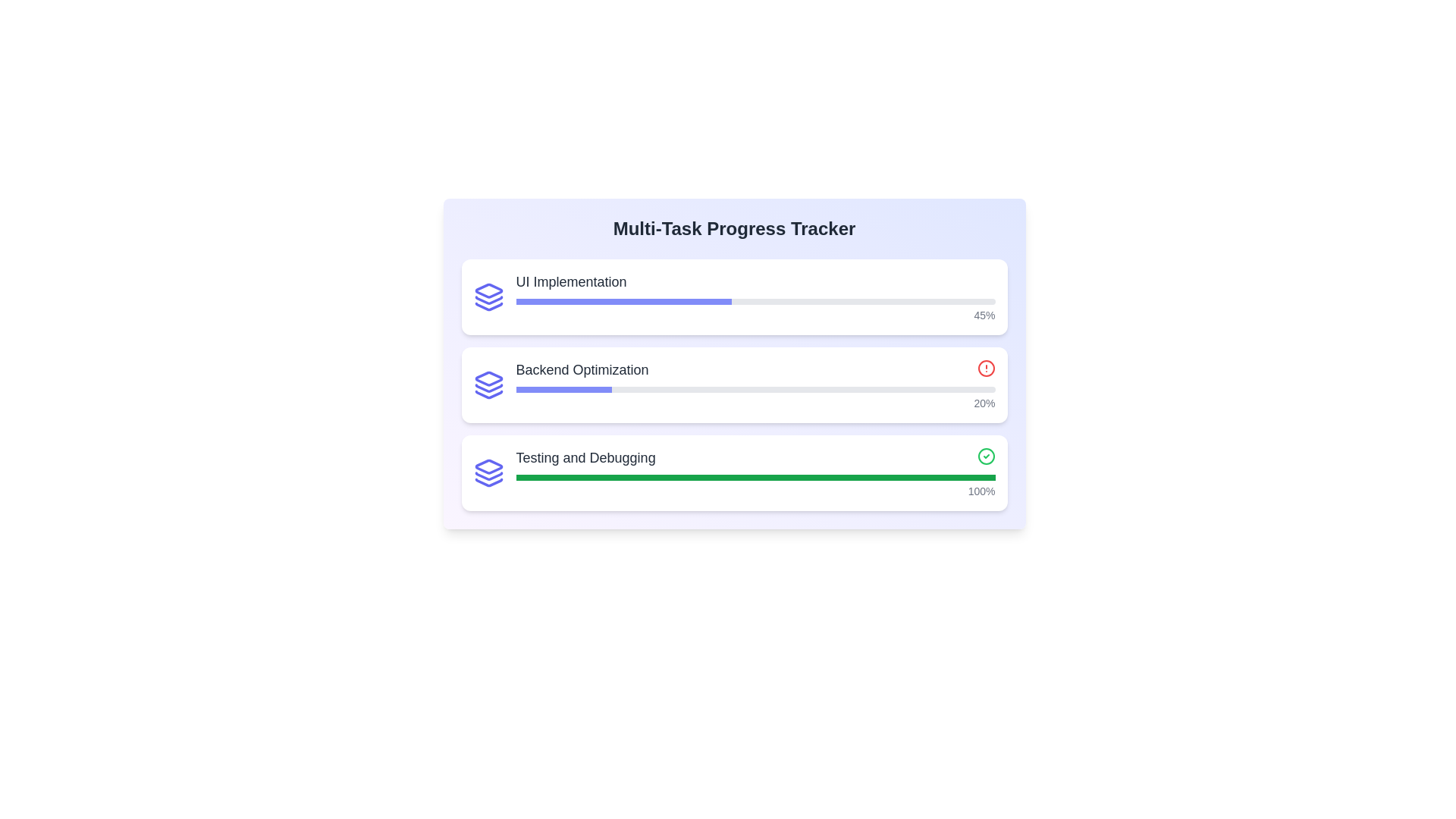 Image resolution: width=1456 pixels, height=819 pixels. I want to click on the central Progress Card displaying 'Backend Optimization' at 20% completion, so click(734, 363).